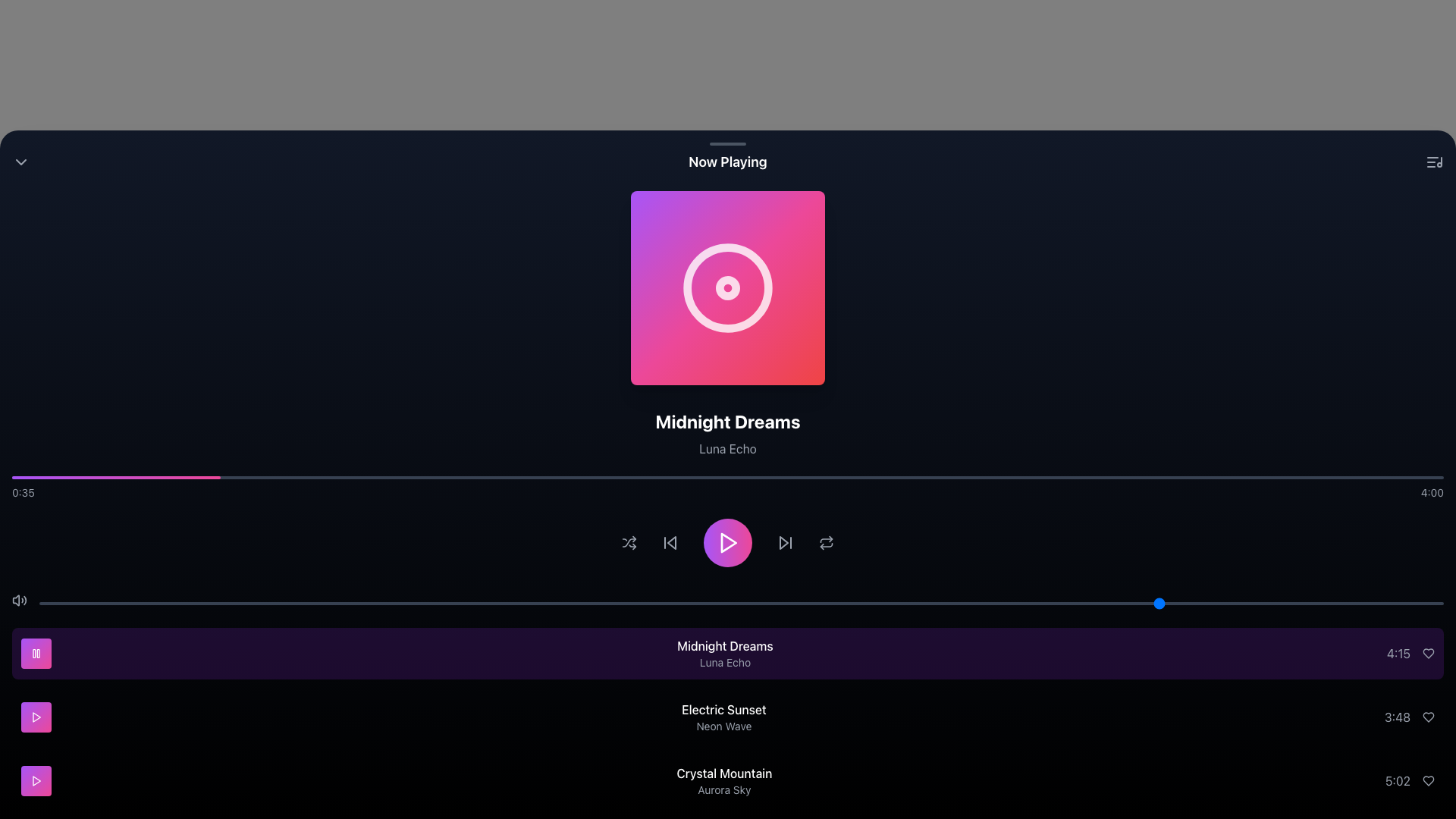 The width and height of the screenshot is (1456, 819). What do you see at coordinates (404, 602) in the screenshot?
I see `the slider value` at bounding box center [404, 602].